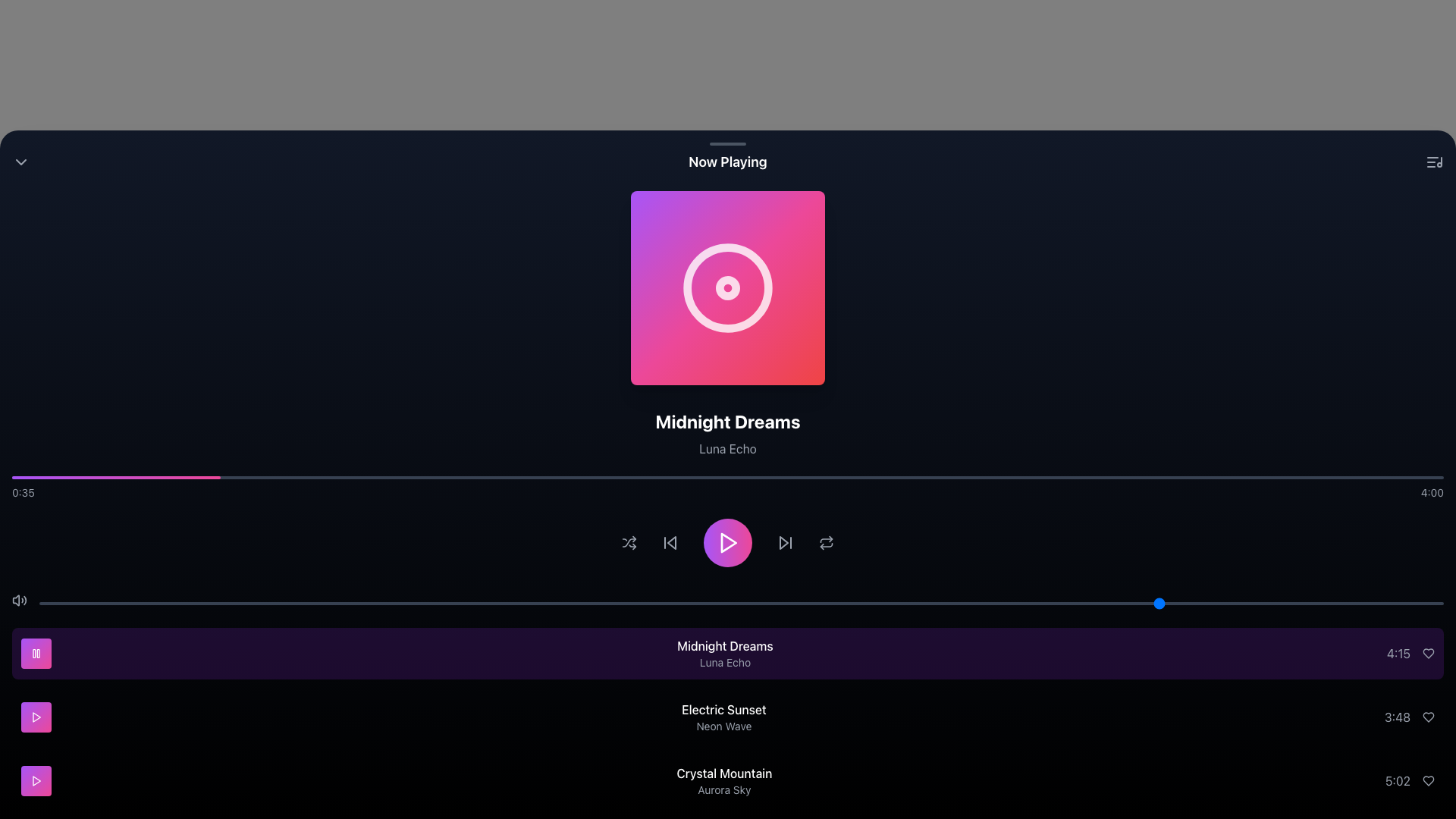 The width and height of the screenshot is (1456, 819). What do you see at coordinates (404, 602) in the screenshot?
I see `the slider value` at bounding box center [404, 602].